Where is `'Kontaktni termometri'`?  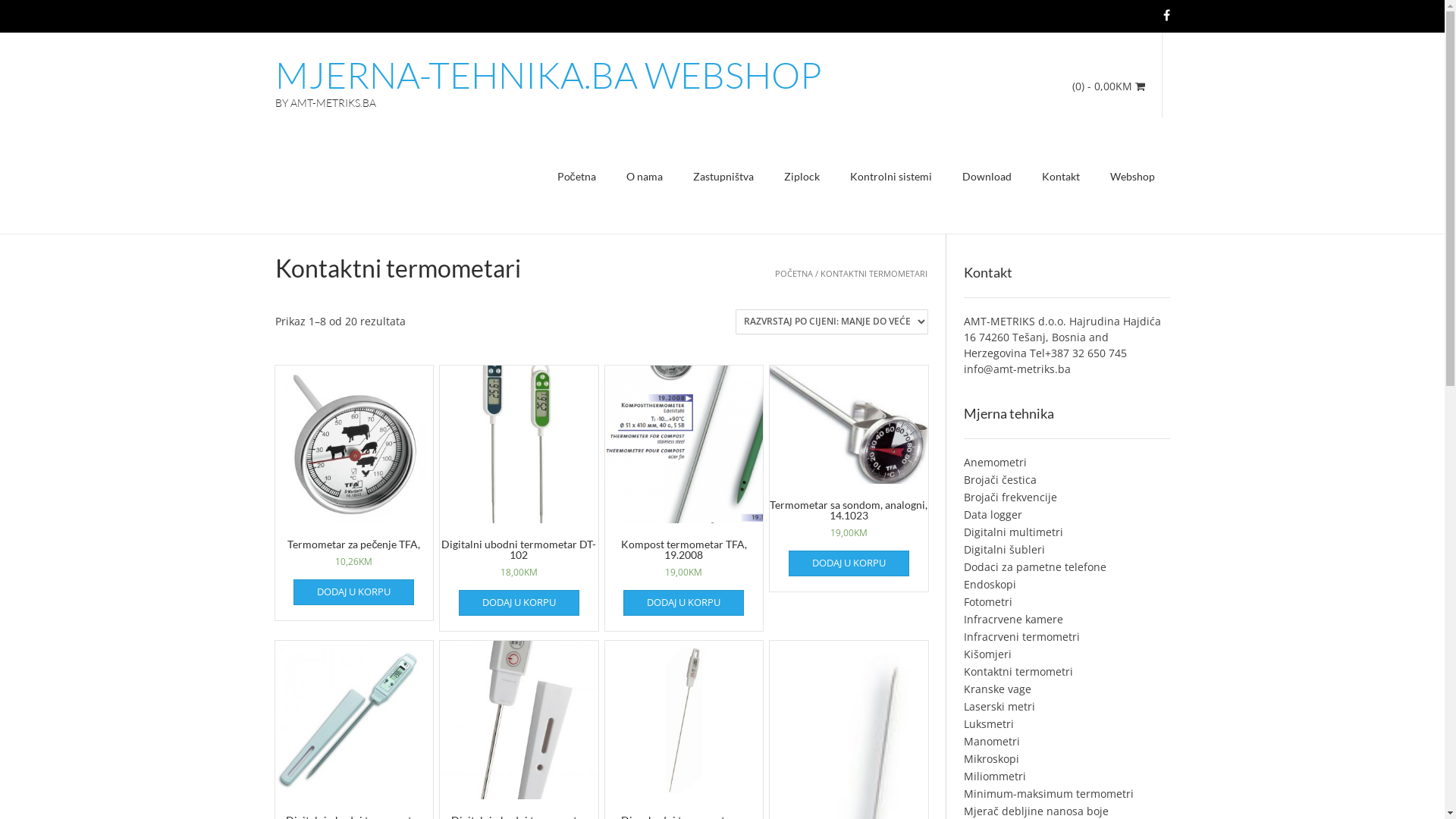 'Kontaktni termometri' is located at coordinates (1018, 670).